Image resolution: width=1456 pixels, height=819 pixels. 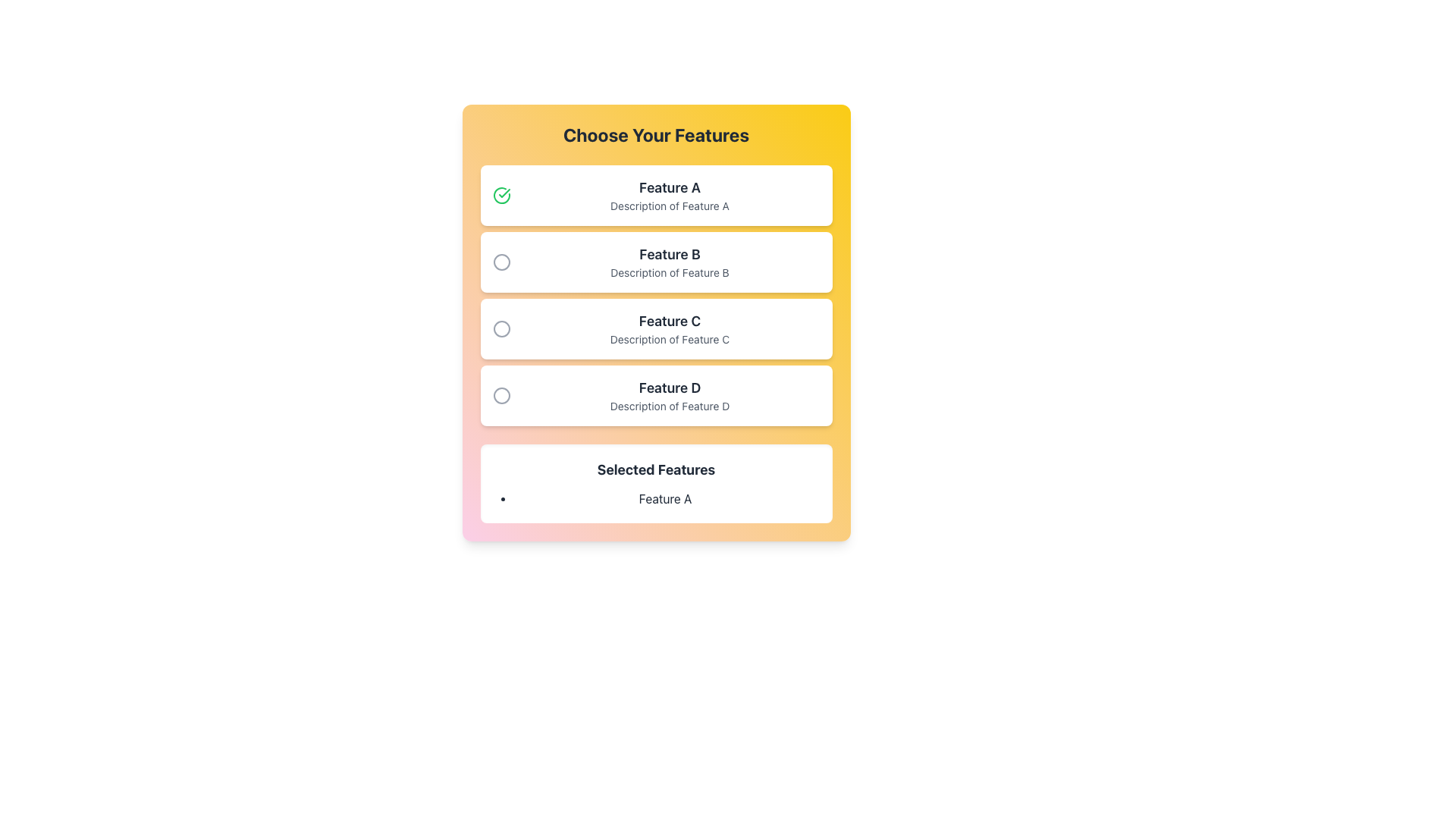 What do you see at coordinates (656, 483) in the screenshot?
I see `the 'Selected Features' section of the card that displays the title in bold and includes the list item 'Feature A'` at bounding box center [656, 483].